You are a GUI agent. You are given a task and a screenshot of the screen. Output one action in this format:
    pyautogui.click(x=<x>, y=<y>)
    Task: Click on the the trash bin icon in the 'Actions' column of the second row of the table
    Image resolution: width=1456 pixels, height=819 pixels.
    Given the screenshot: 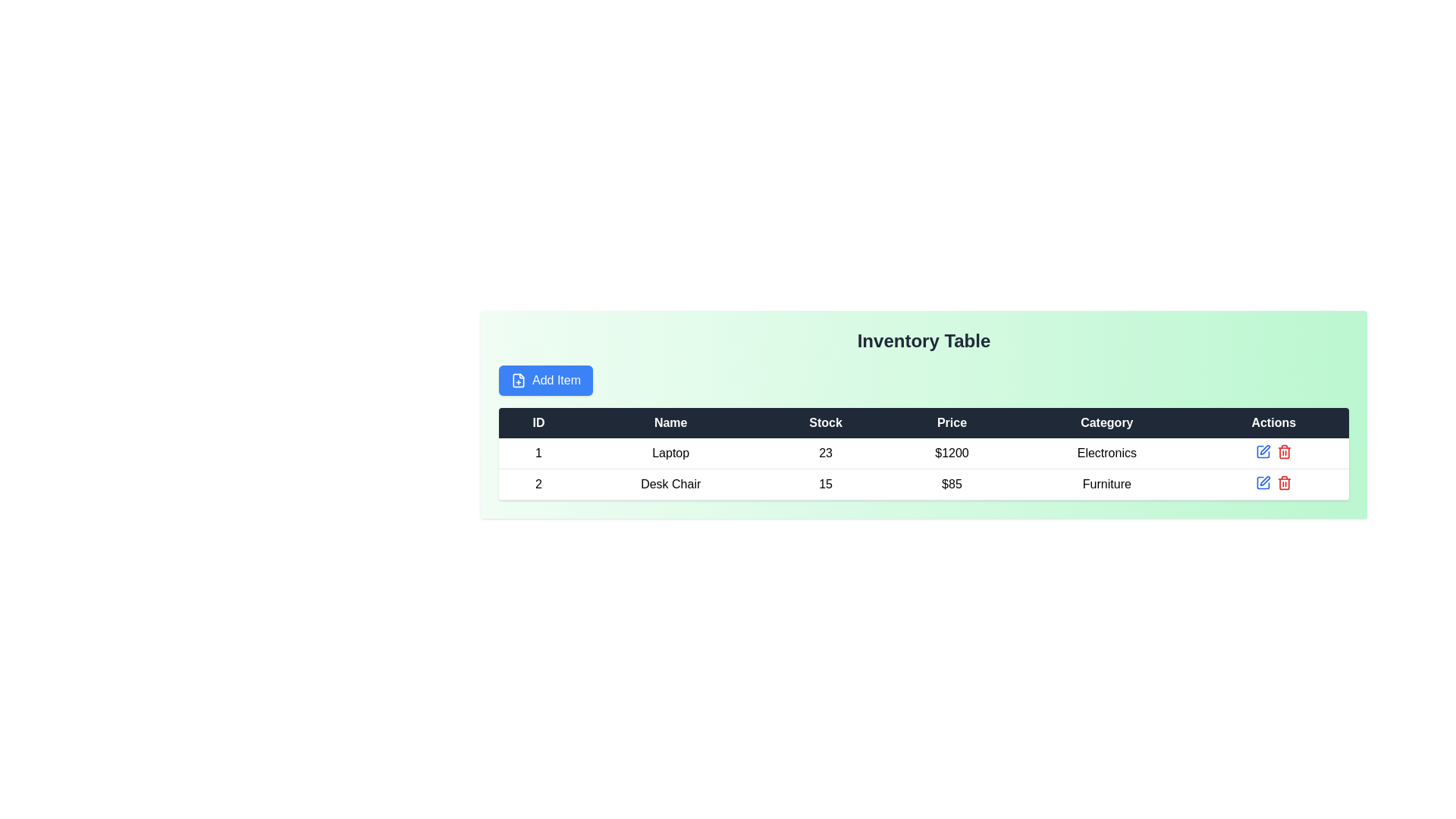 What is the action you would take?
    pyautogui.click(x=1283, y=452)
    